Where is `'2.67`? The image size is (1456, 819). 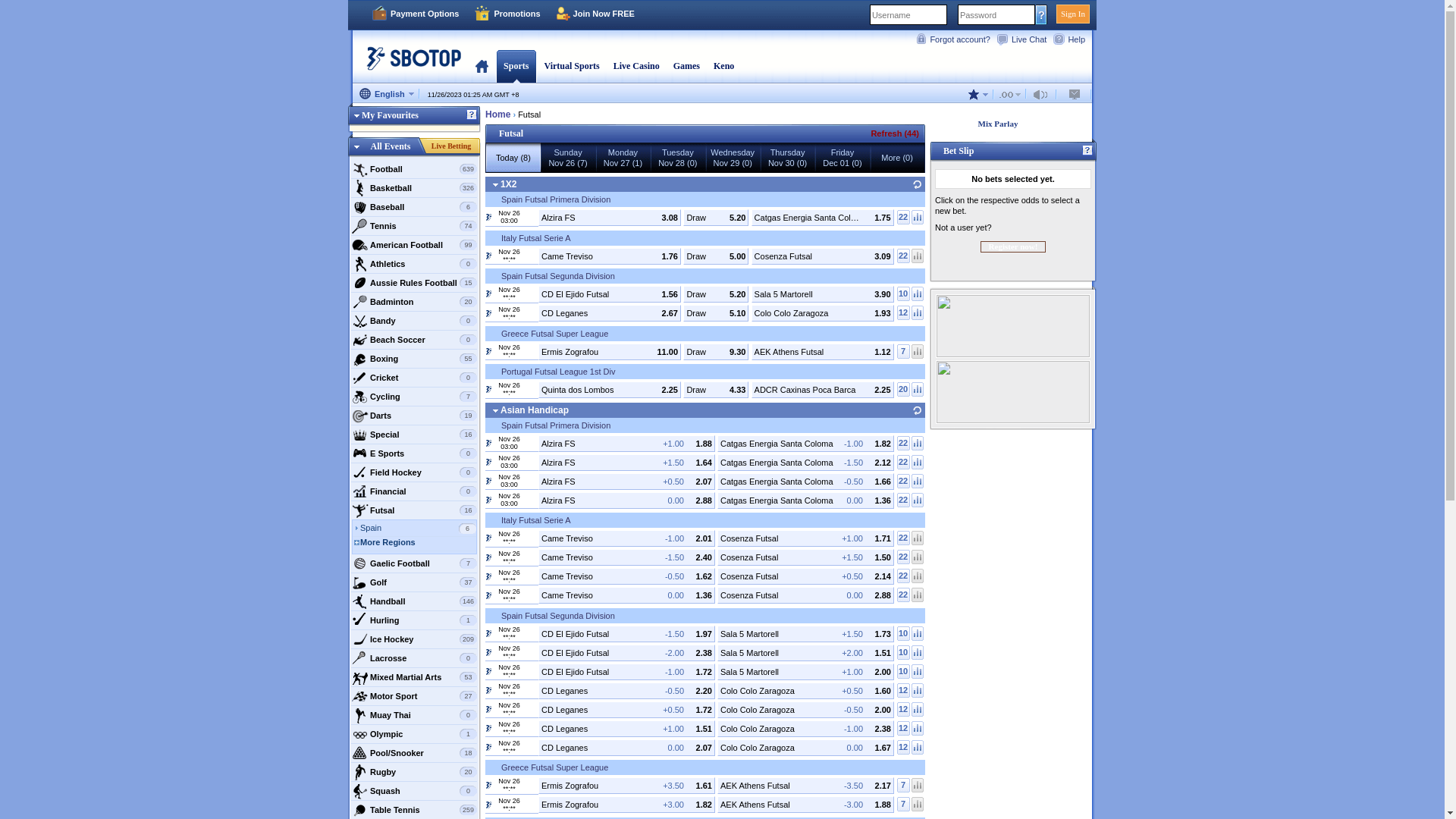
'2.67 is located at coordinates (610, 312).